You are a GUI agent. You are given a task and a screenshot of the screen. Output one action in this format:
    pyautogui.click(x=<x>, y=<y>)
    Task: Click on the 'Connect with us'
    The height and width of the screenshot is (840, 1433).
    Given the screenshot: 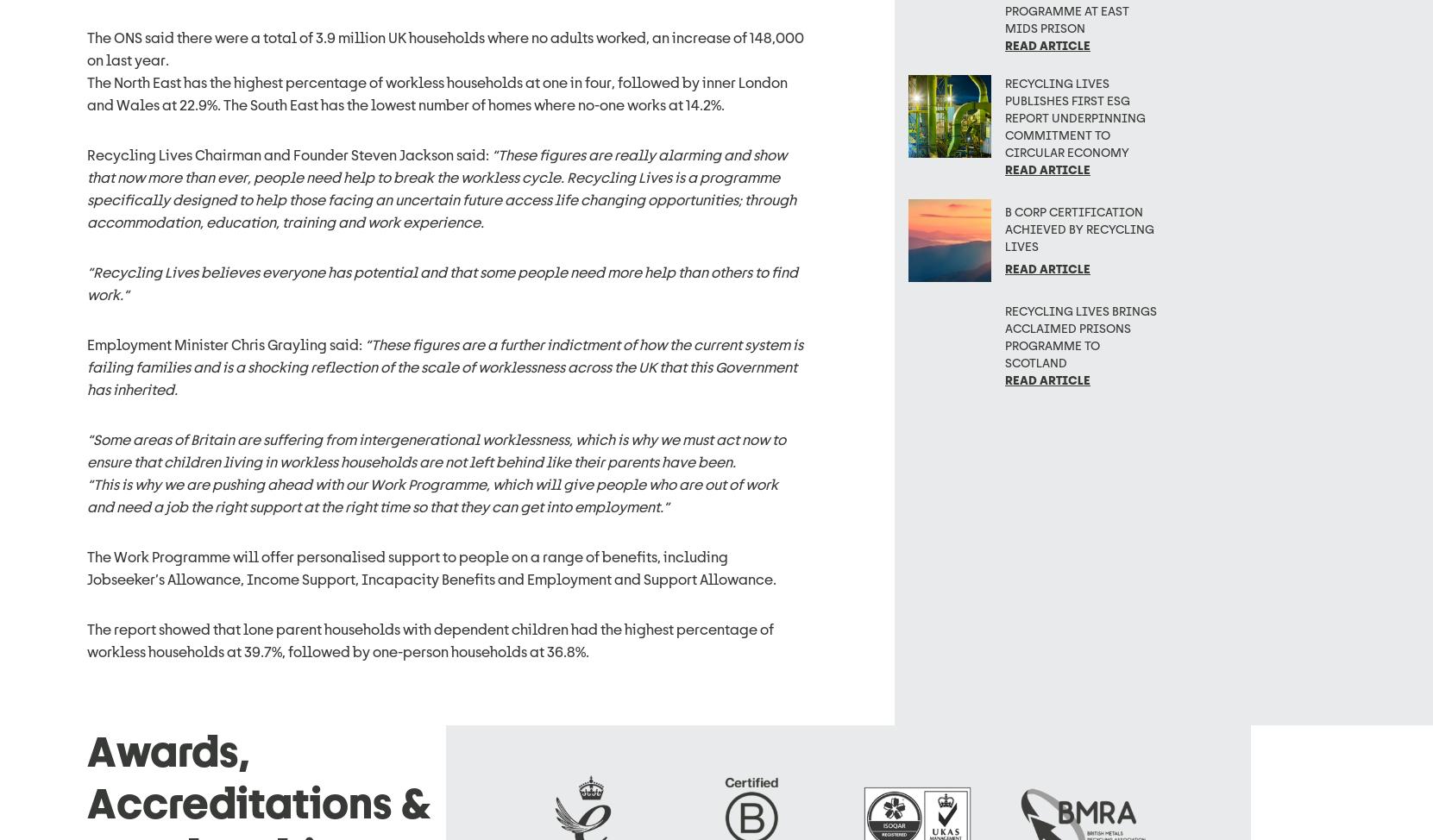 What is the action you would take?
    pyautogui.click(x=873, y=339)
    